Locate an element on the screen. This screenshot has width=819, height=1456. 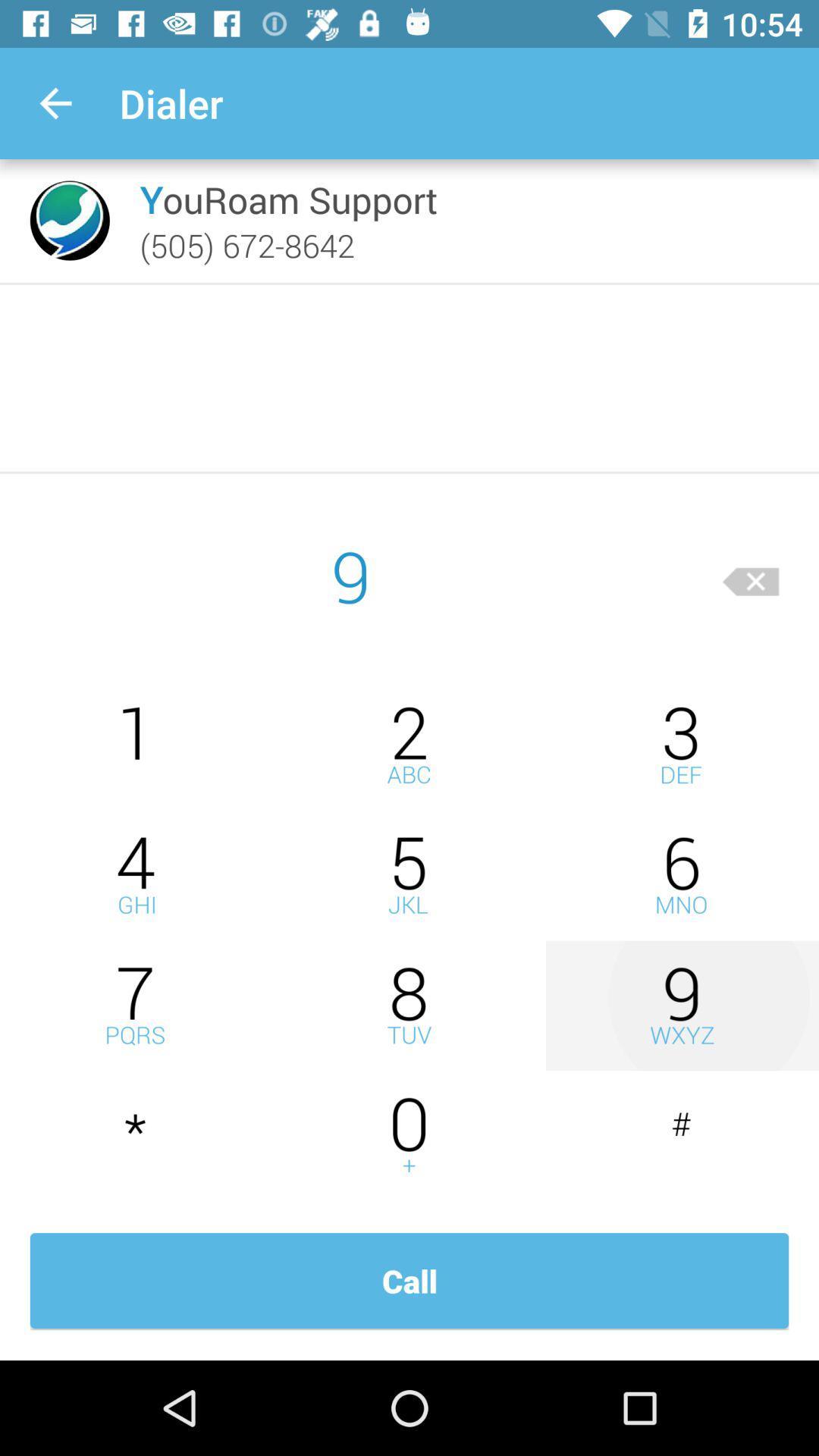
seven is located at coordinates (136, 1006).